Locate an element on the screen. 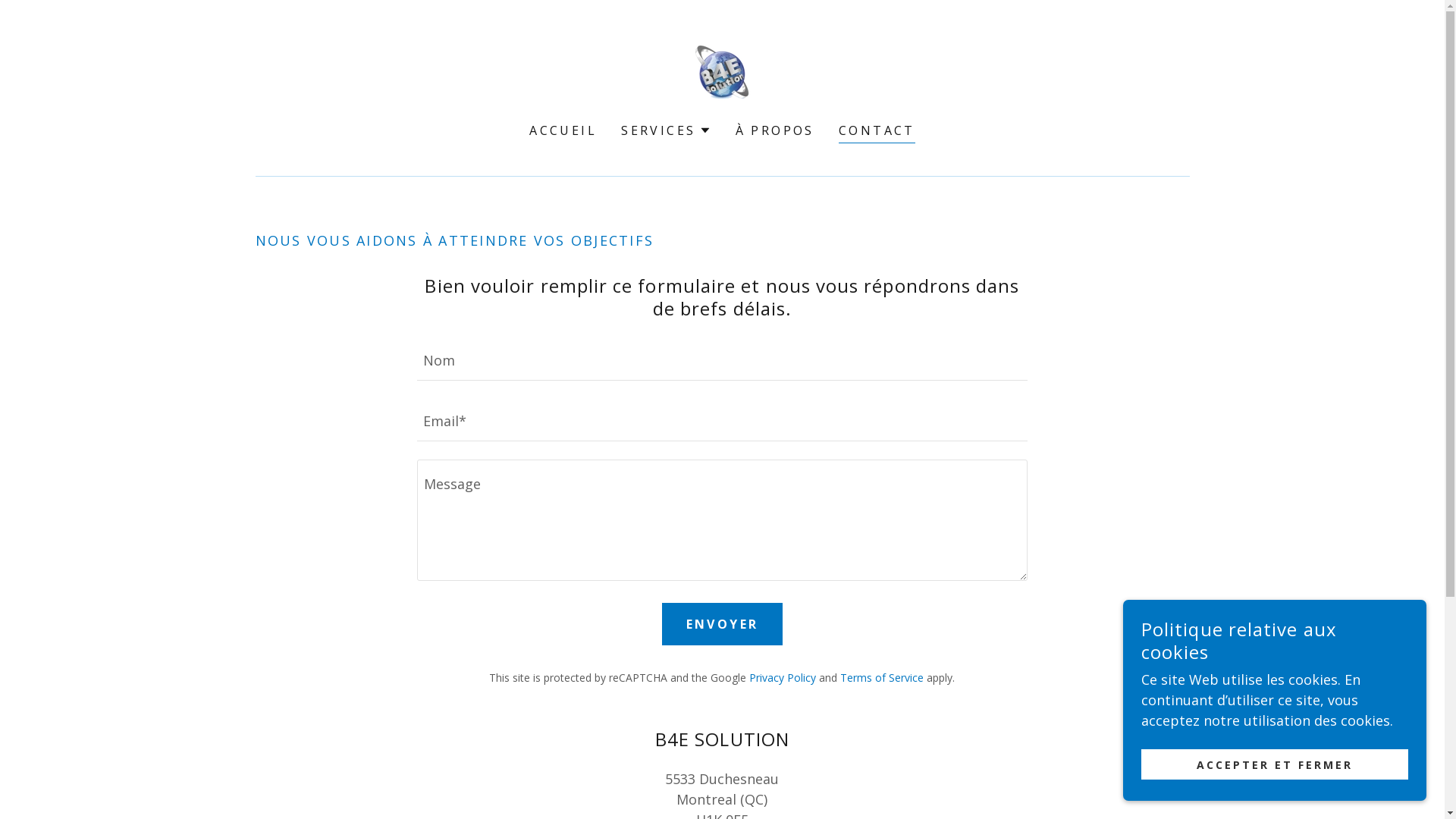 The image size is (1456, 819). 'CONTACT' is located at coordinates (877, 131).